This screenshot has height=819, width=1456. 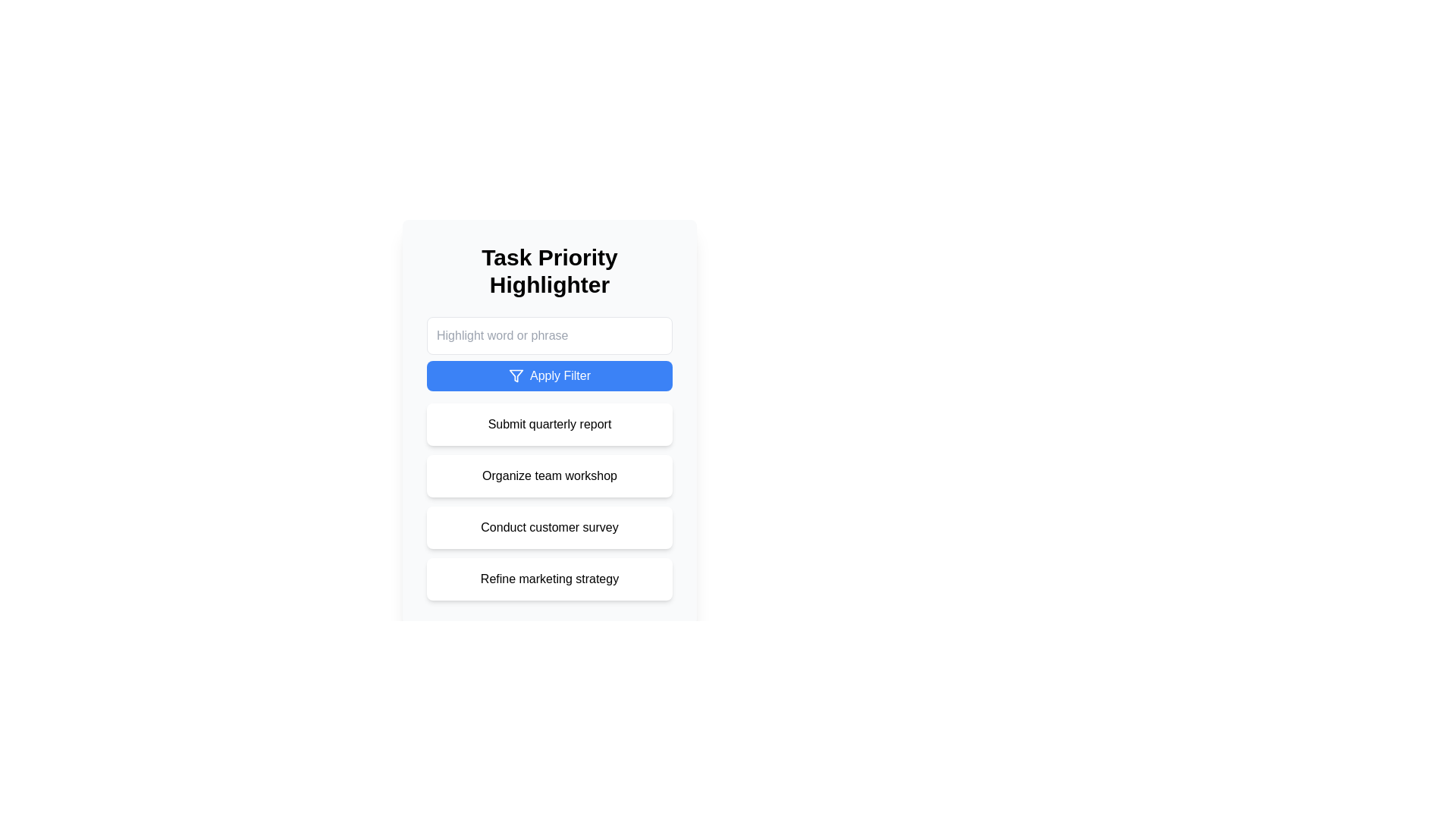 What do you see at coordinates (516, 375) in the screenshot?
I see `the blue funnel-shaped filter icon located to the left of the 'Apply Filter' button text` at bounding box center [516, 375].